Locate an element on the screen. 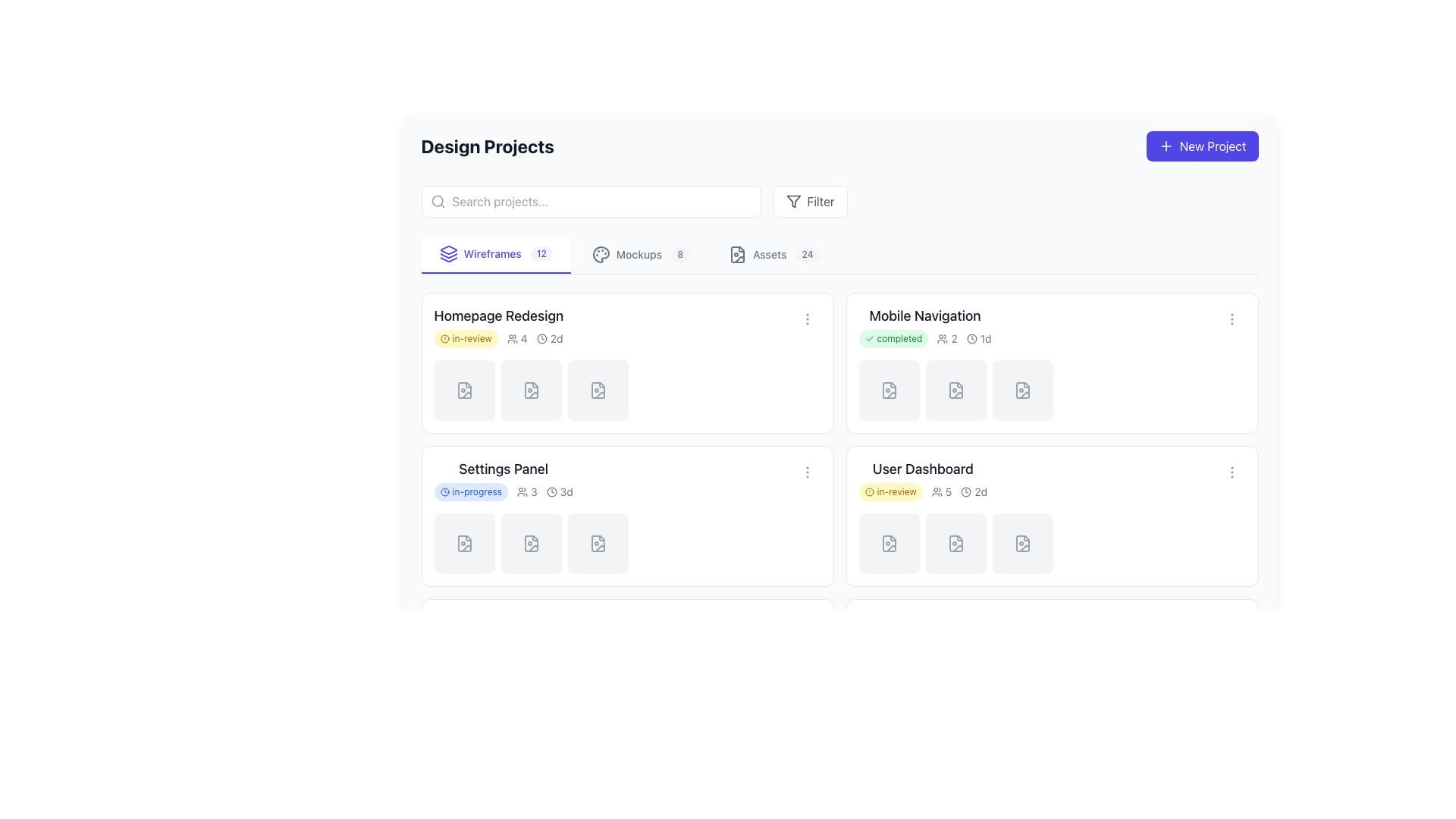 This screenshot has width=1456, height=819. the Informational row displaying the 'completed' label, user icon with '2', and clock icon with '1d' in the Mobile Navigation section of the Design Projects interface is located at coordinates (924, 338).